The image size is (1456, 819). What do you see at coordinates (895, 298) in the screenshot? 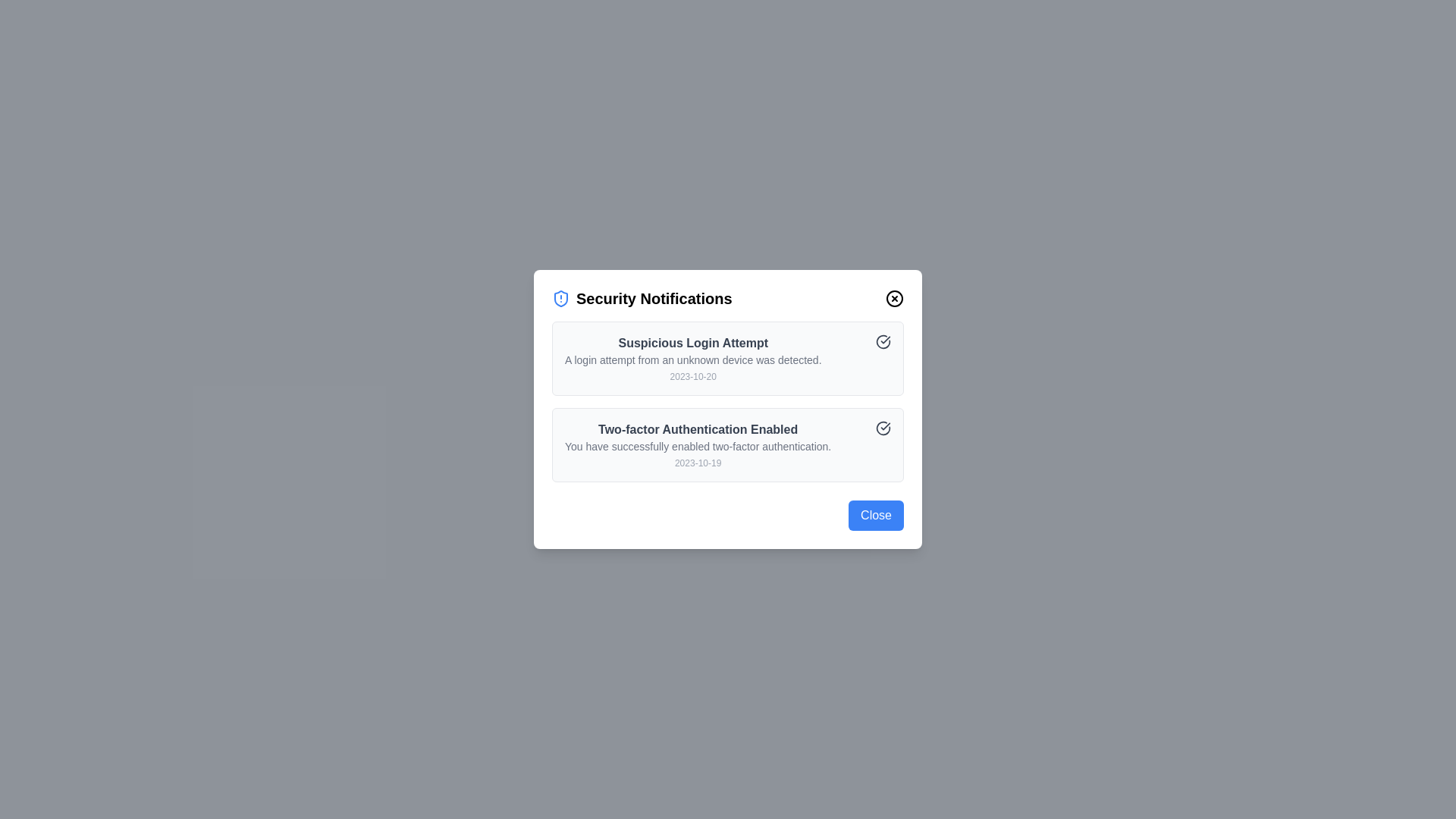
I see `the SVG Circle element, which is a circular outline with a thin stroke, located at the top-right corner of the notification dialog box` at bounding box center [895, 298].